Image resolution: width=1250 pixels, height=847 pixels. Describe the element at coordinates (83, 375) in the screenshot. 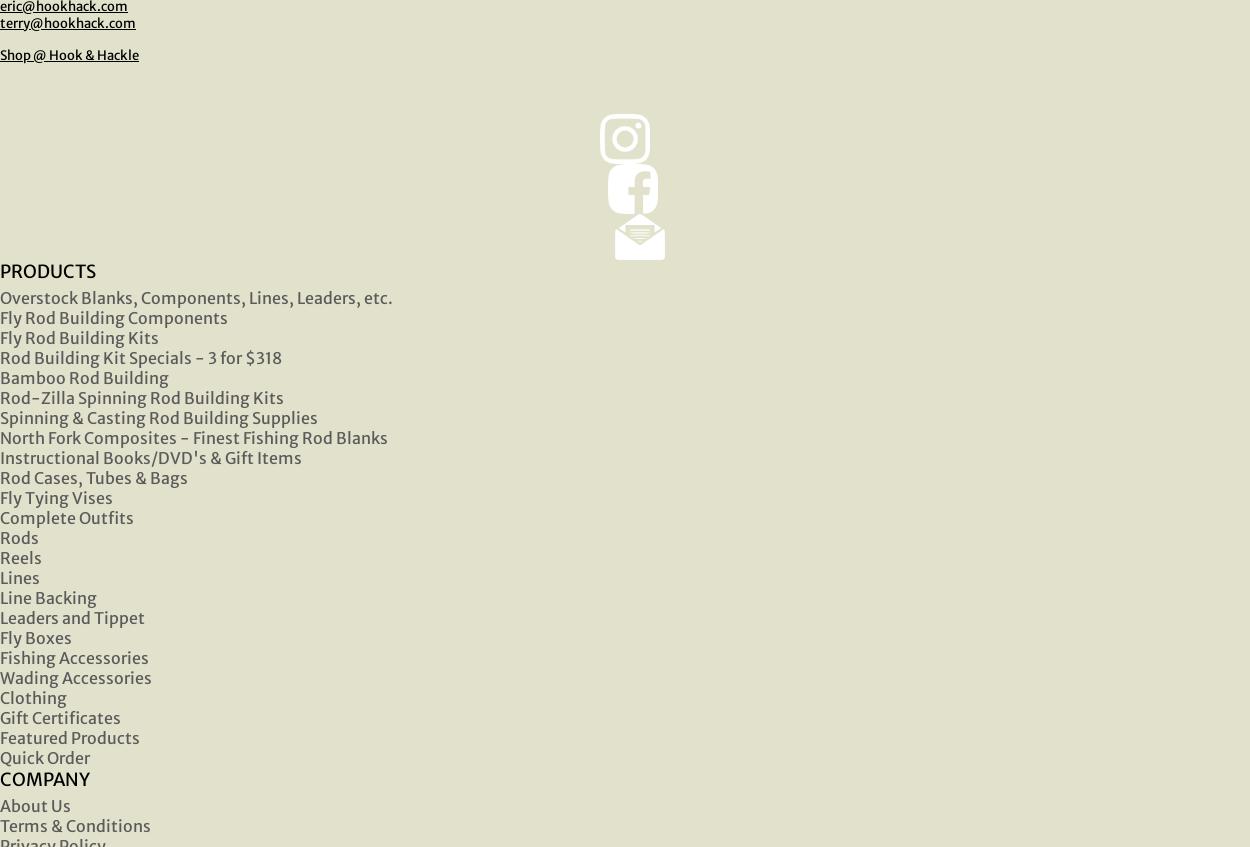

I see `'Bamboo Rod Building'` at that location.